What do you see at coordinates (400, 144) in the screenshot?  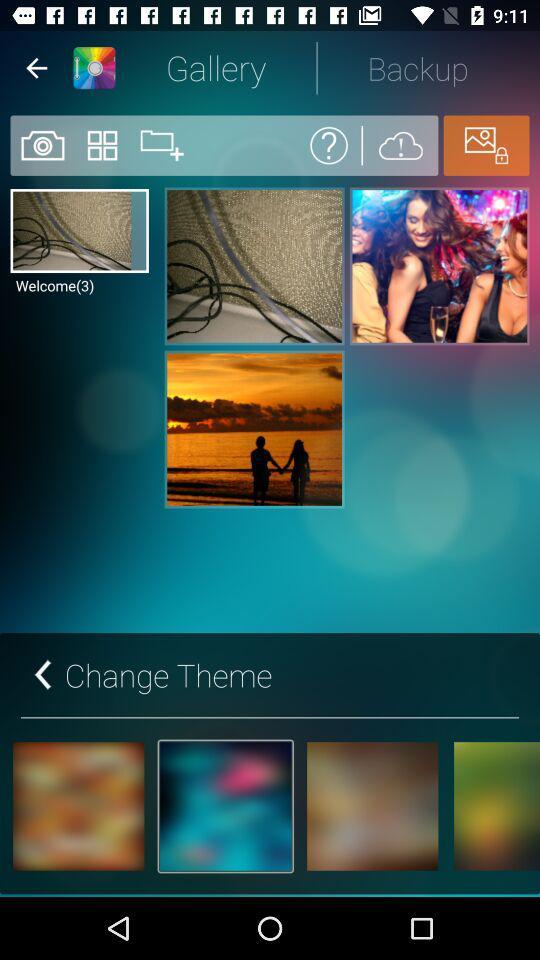 I see `the warning icon` at bounding box center [400, 144].